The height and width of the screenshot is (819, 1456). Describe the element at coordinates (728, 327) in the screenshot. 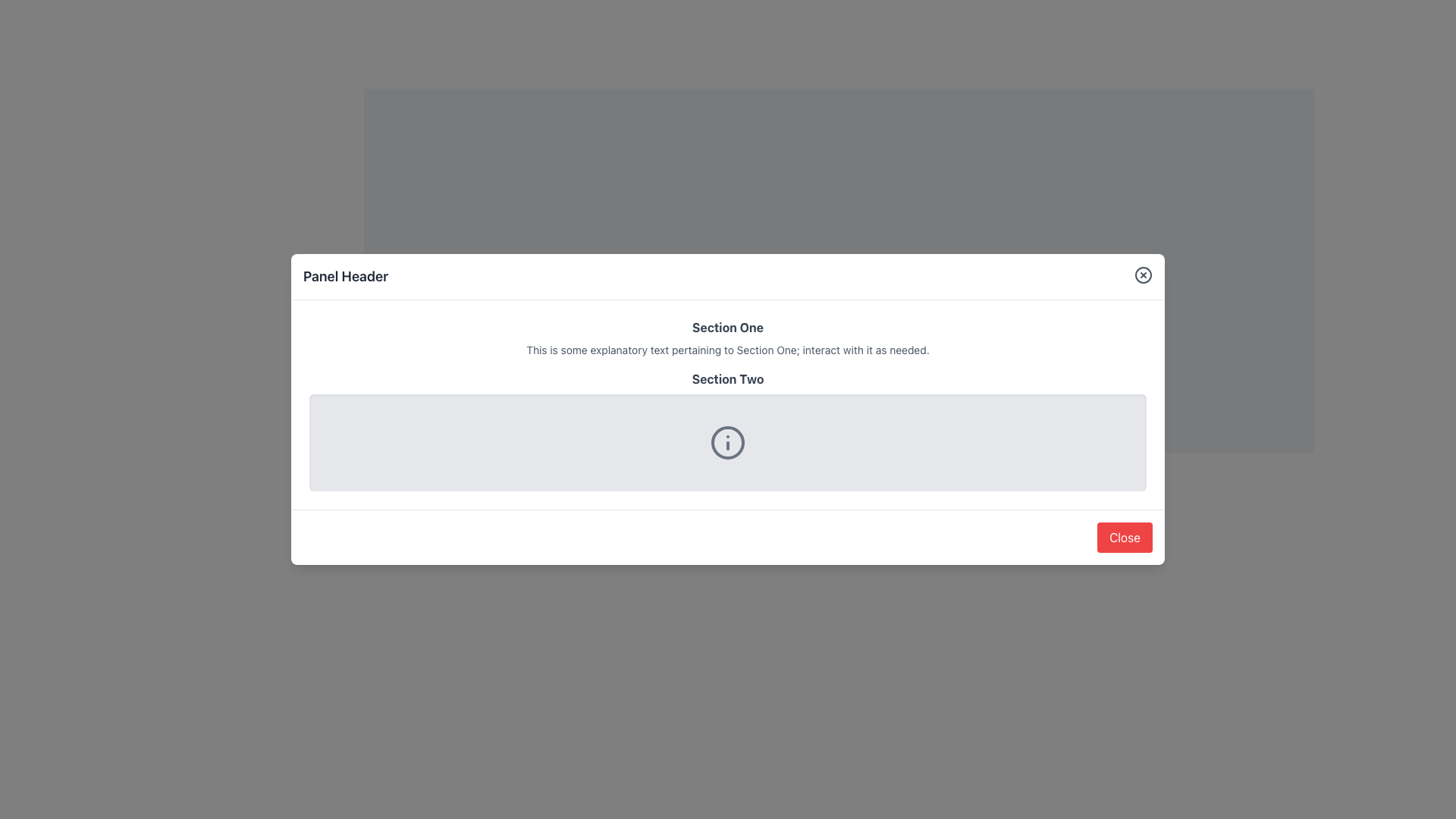

I see `static header element located at the top-center of the modal content area, which serves as the title for 'Section One.'` at that location.